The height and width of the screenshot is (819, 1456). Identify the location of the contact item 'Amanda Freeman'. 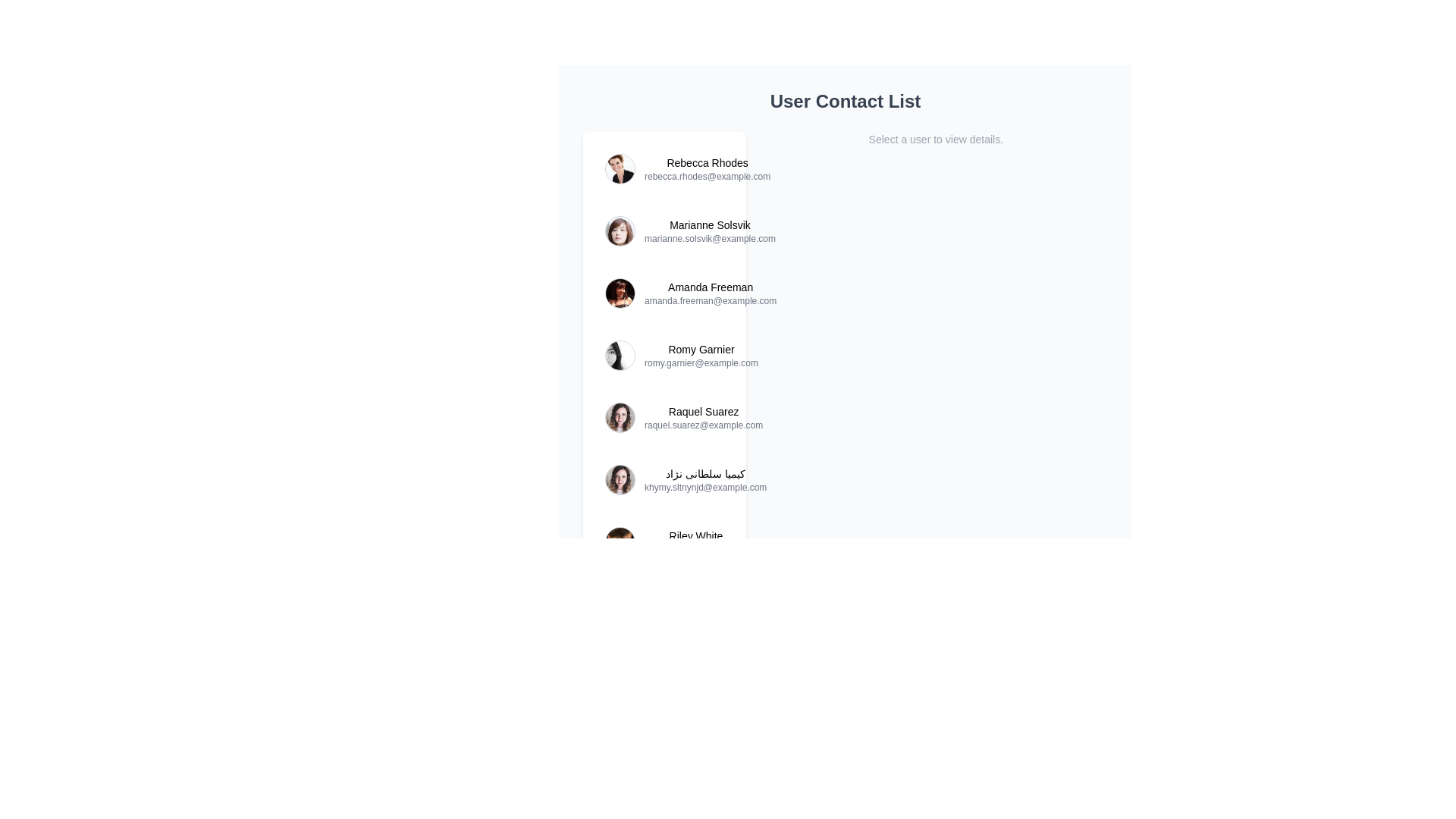
(664, 293).